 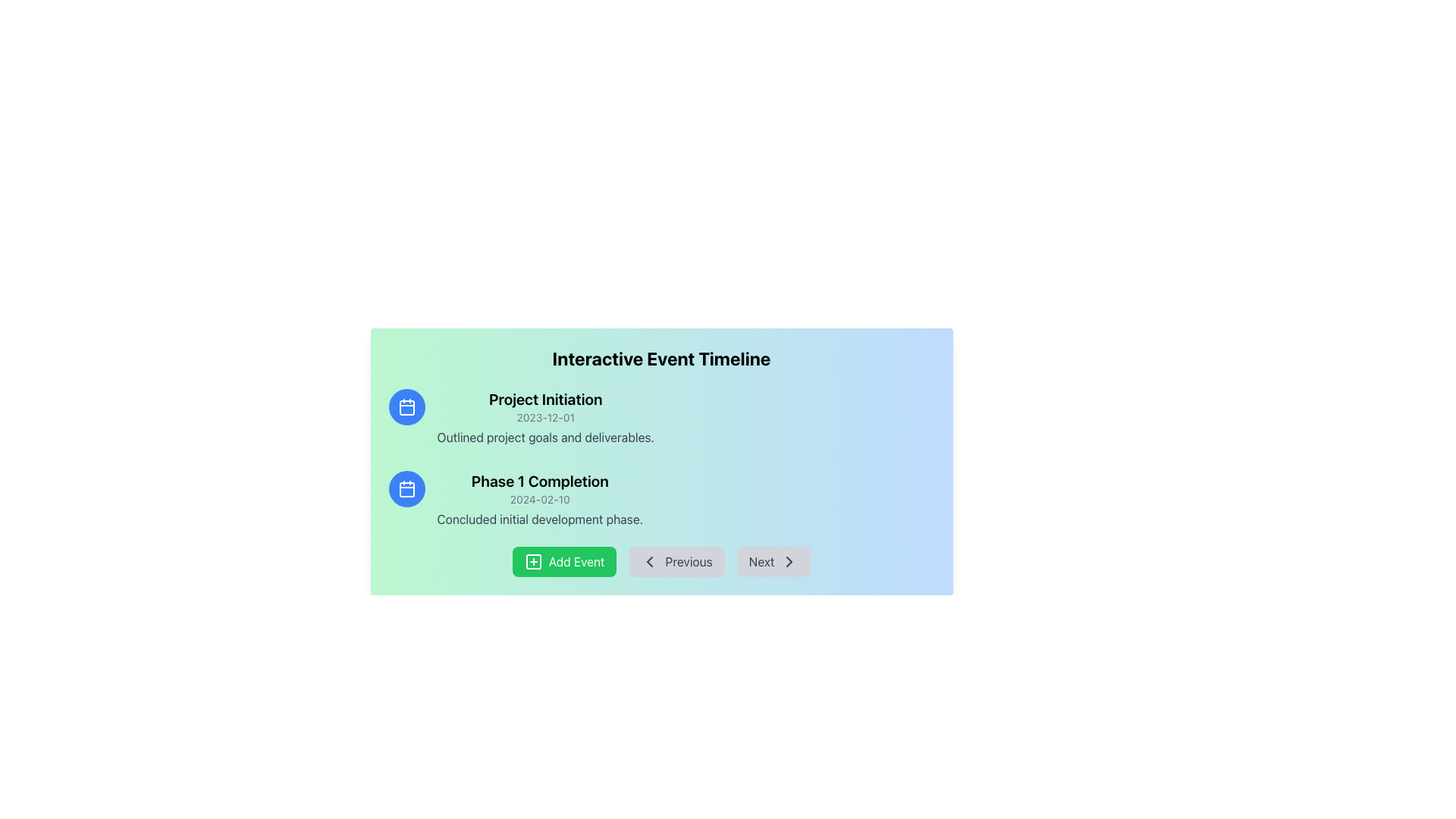 What do you see at coordinates (545, 418) in the screenshot?
I see `the text label displaying '2023-12-01' which is positioned directly below the event title 'Project Initiation'` at bounding box center [545, 418].